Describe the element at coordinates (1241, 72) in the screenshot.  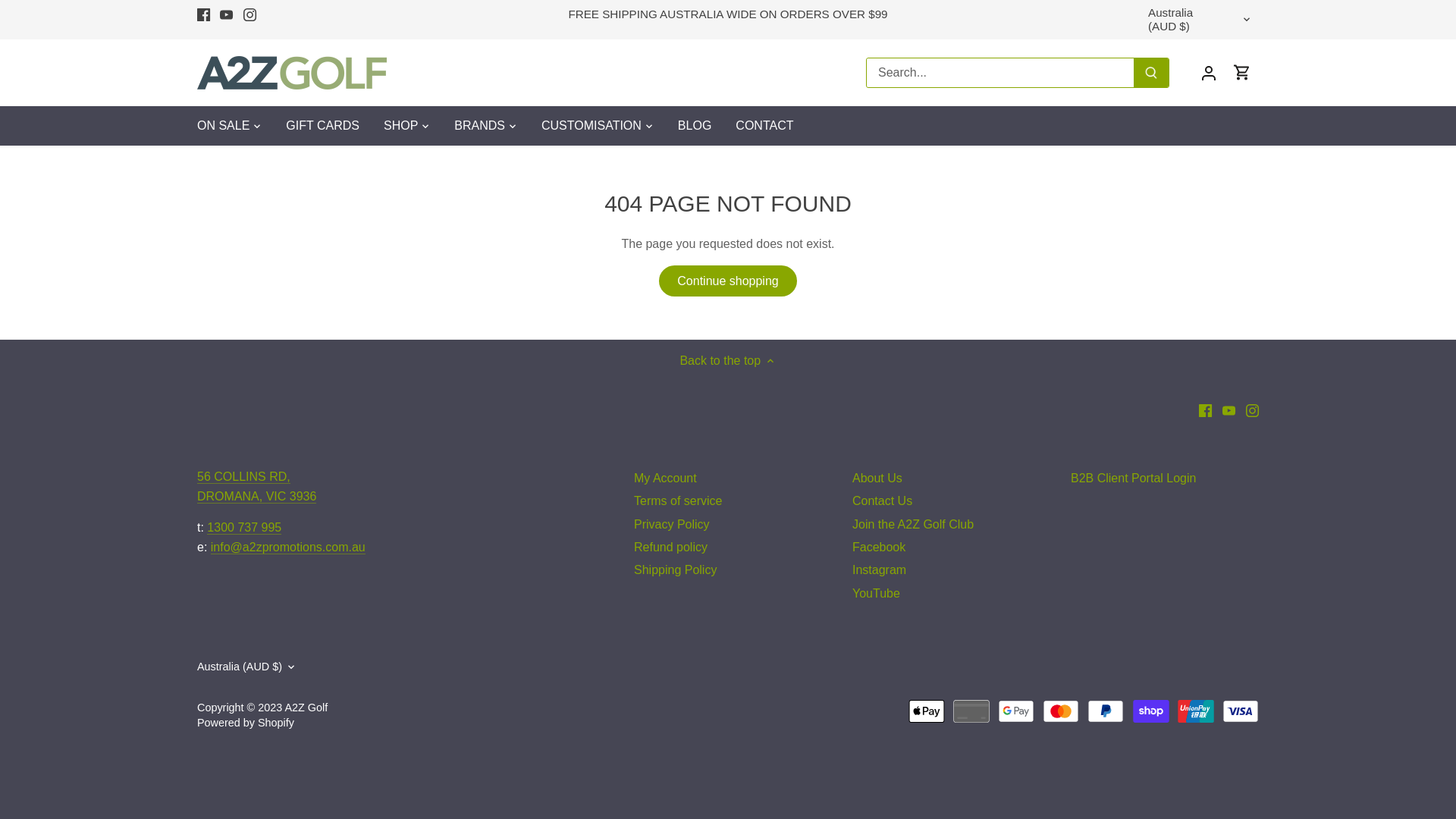
I see `'Go to cart'` at that location.